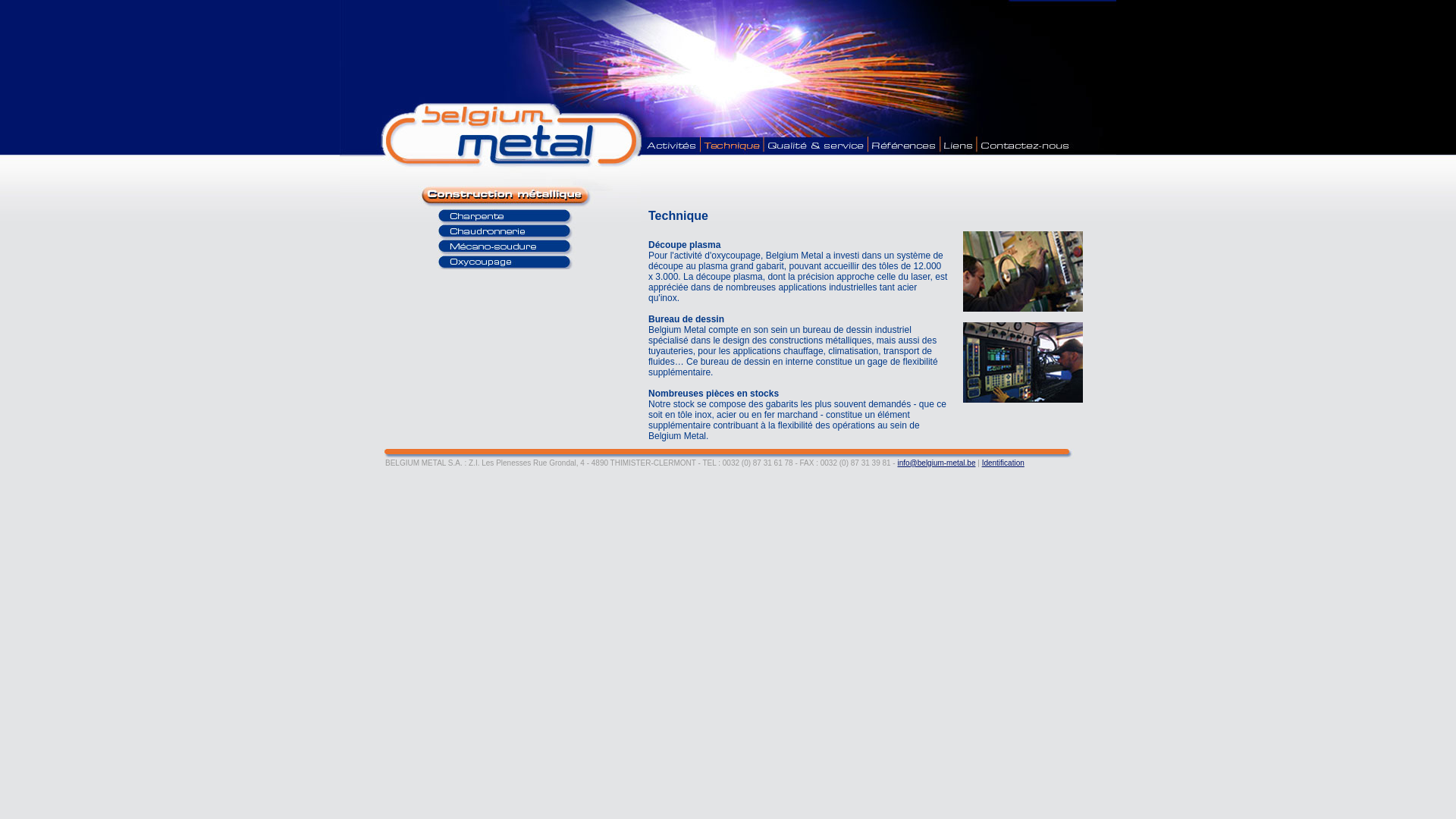 Image resolution: width=1456 pixels, height=819 pixels. I want to click on 'info@belgium-metal.be', so click(935, 462).